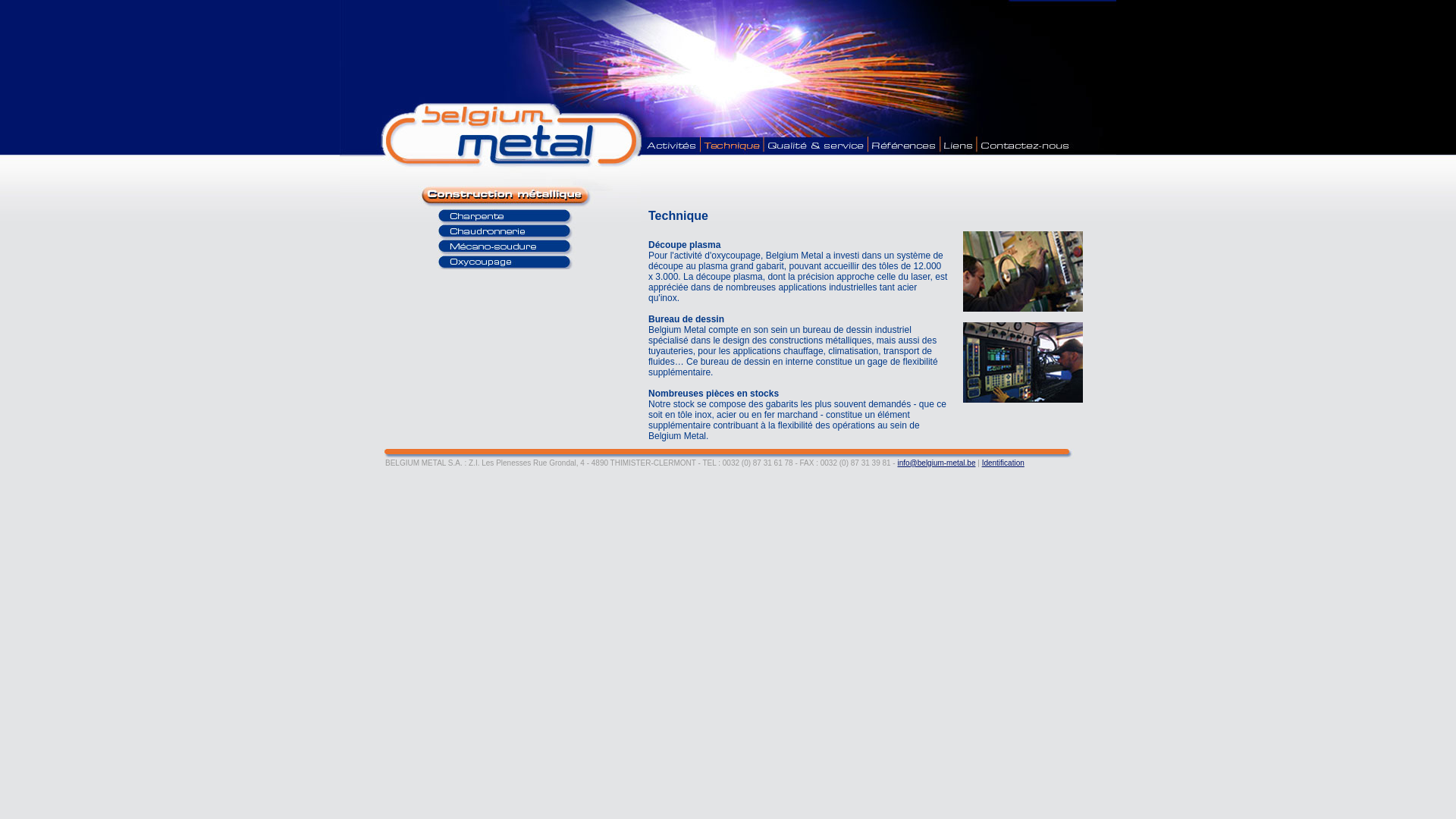 Image resolution: width=1456 pixels, height=819 pixels. I want to click on 'info@belgium-metal.be', so click(935, 462).